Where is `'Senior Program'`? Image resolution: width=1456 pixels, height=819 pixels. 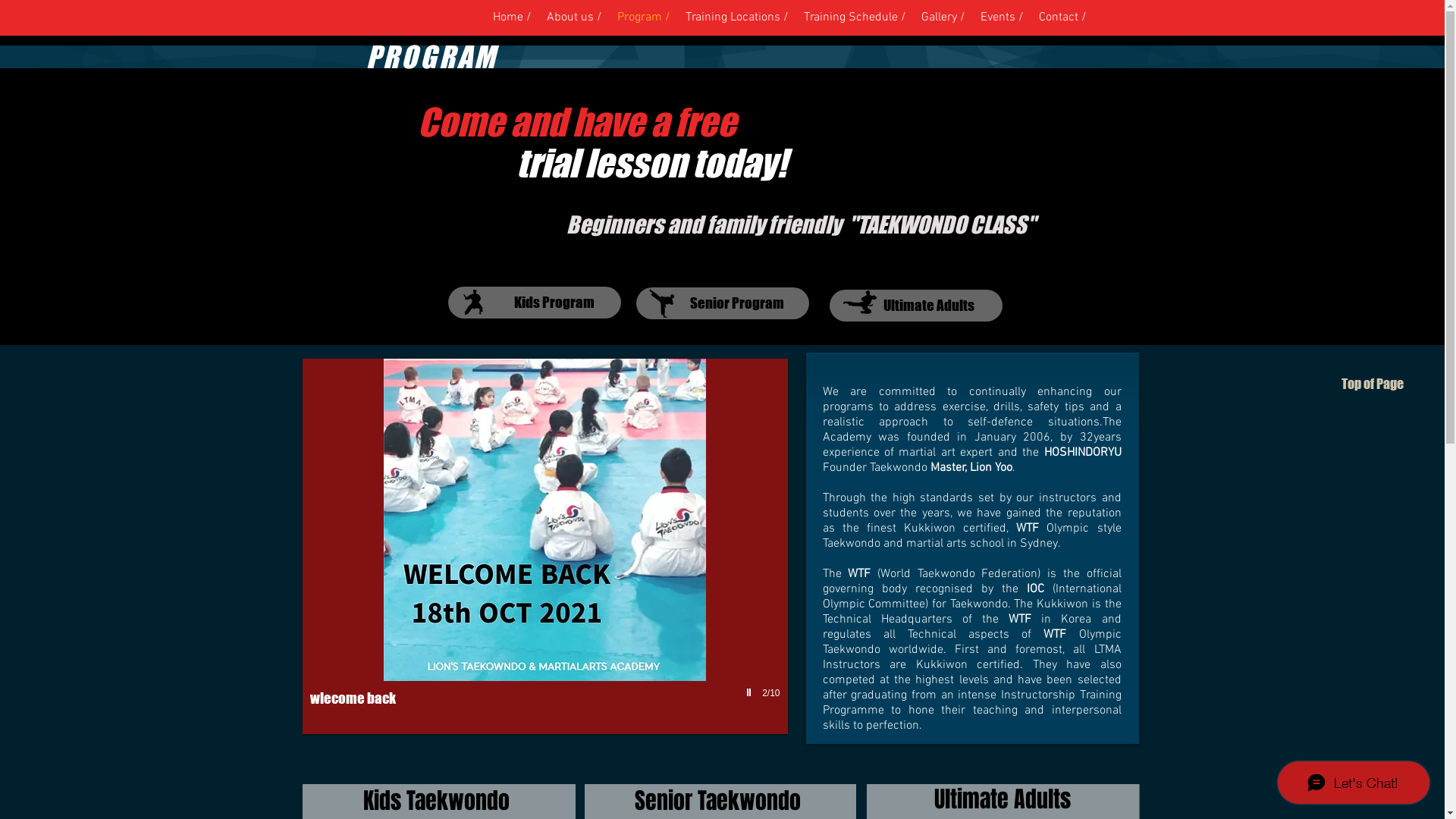
'Senior Program' is located at coordinates (720, 303).